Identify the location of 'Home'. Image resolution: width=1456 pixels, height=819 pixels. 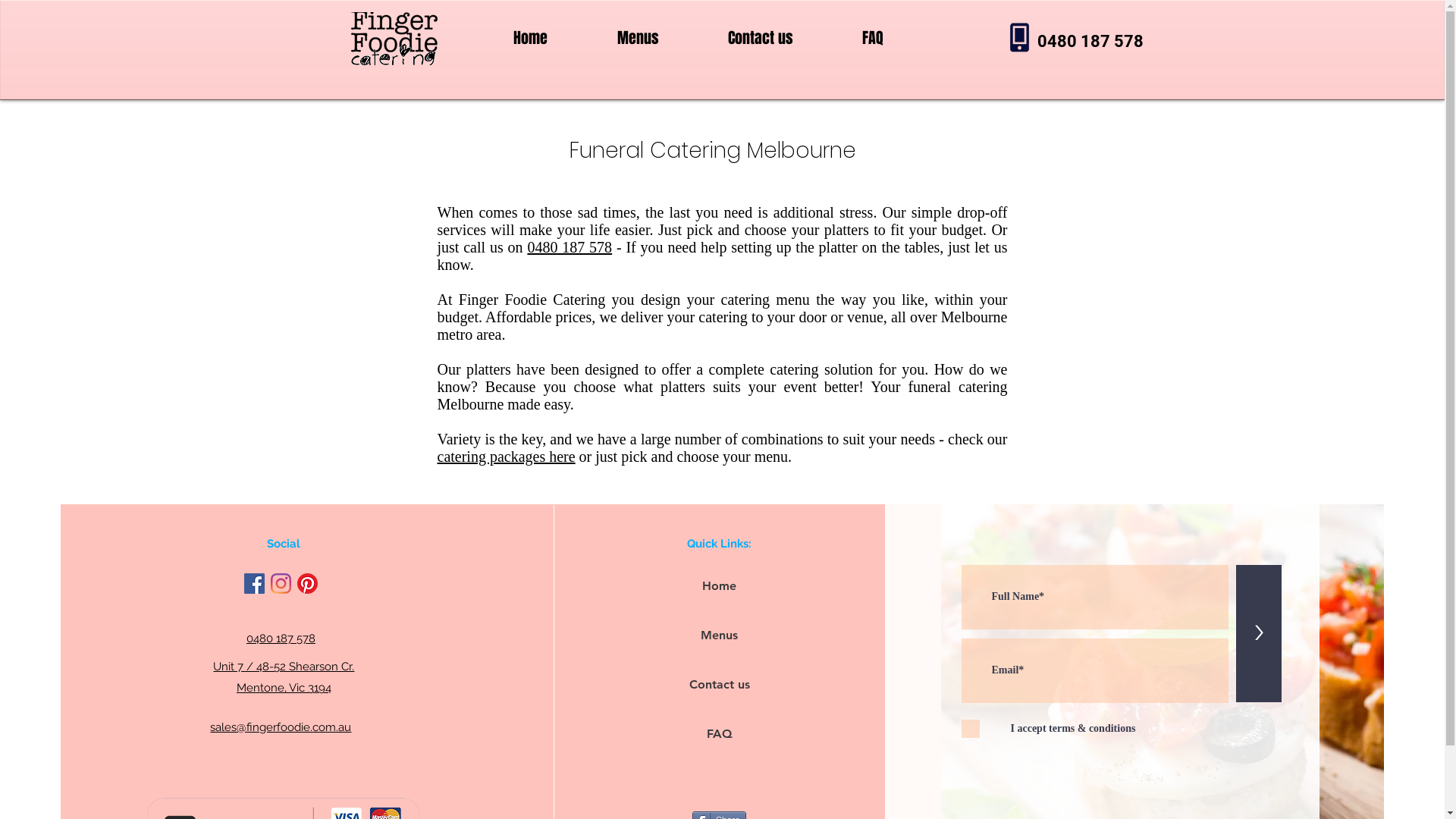
(719, 585).